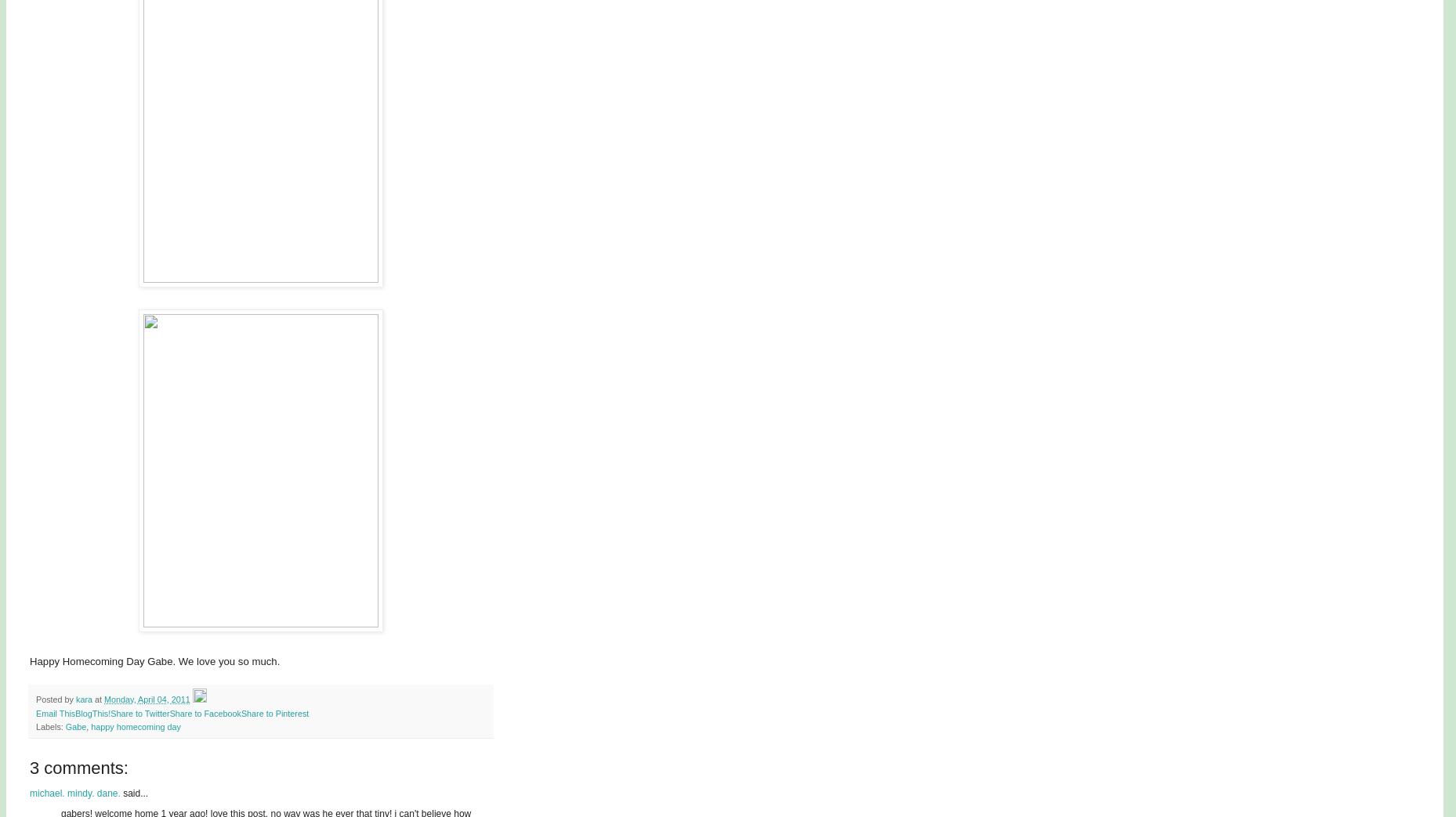 The width and height of the screenshot is (1456, 817). What do you see at coordinates (49, 725) in the screenshot?
I see `'Labels:'` at bounding box center [49, 725].